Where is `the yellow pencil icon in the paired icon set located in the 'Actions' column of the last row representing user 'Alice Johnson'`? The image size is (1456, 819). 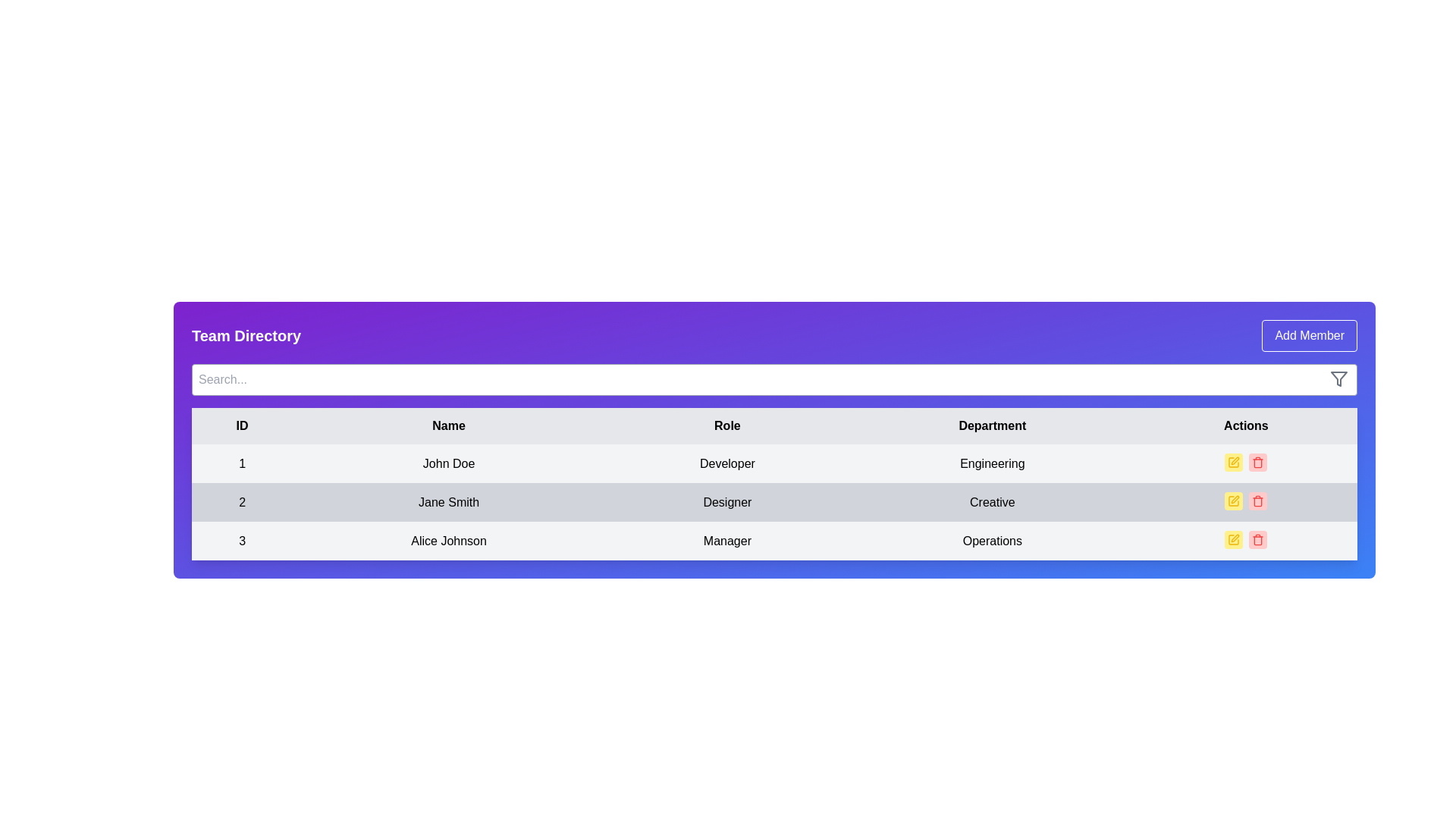
the yellow pencil icon in the paired icon set located in the 'Actions' column of the last row representing user 'Alice Johnson' is located at coordinates (1246, 540).